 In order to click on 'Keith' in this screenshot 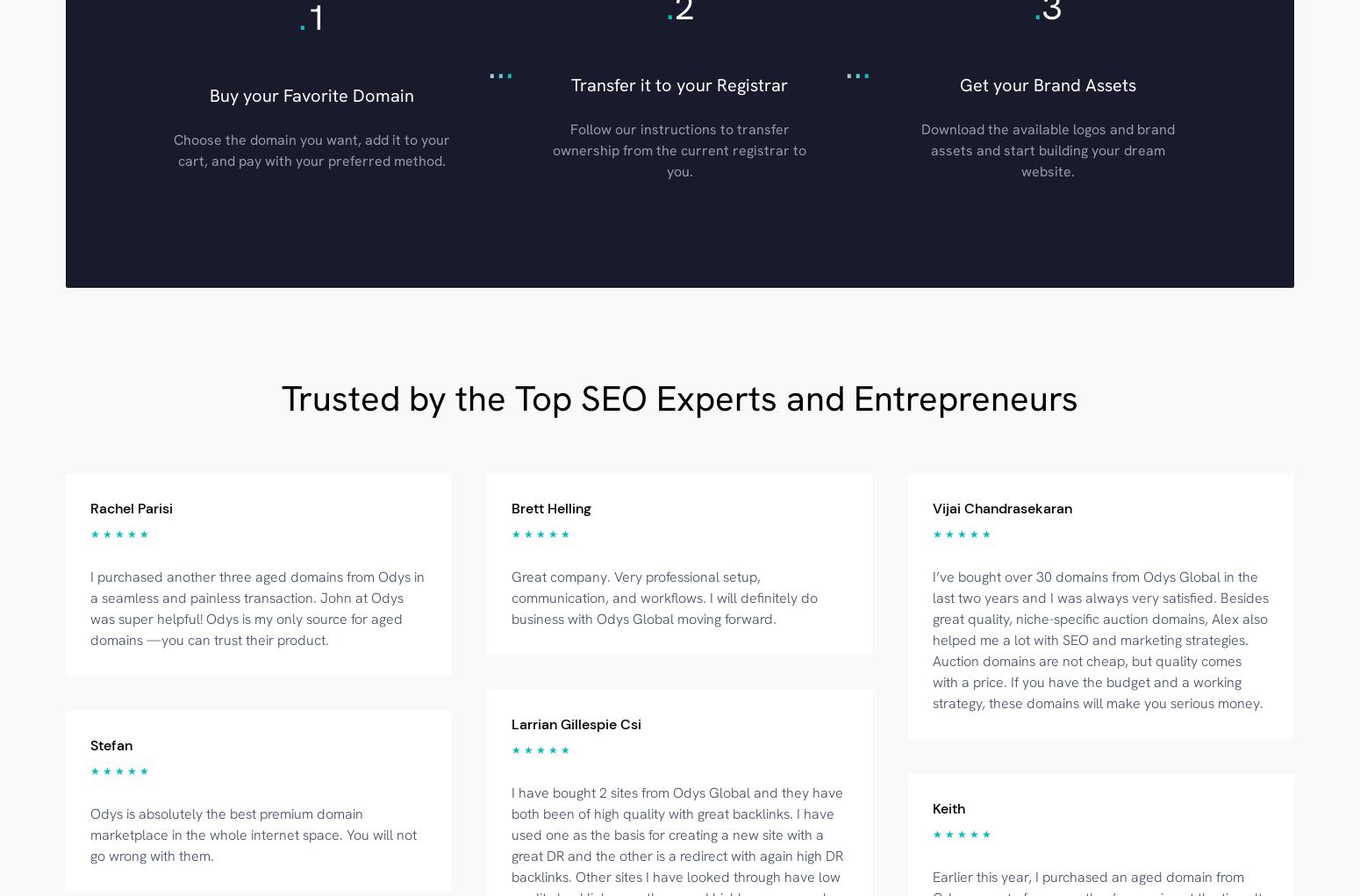, I will do `click(948, 807)`.